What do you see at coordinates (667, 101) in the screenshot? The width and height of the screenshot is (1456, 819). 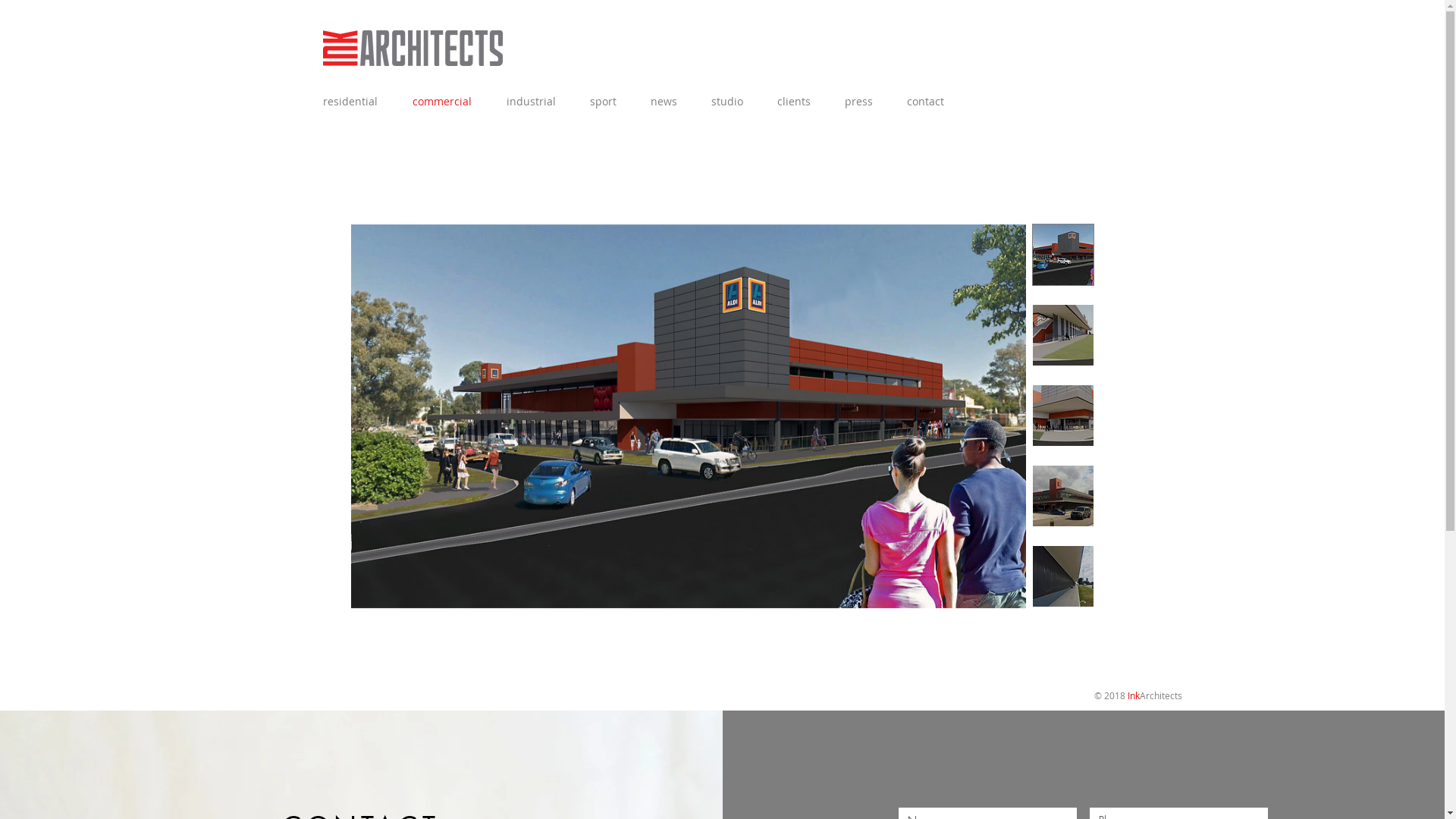 I see `'news'` at bounding box center [667, 101].